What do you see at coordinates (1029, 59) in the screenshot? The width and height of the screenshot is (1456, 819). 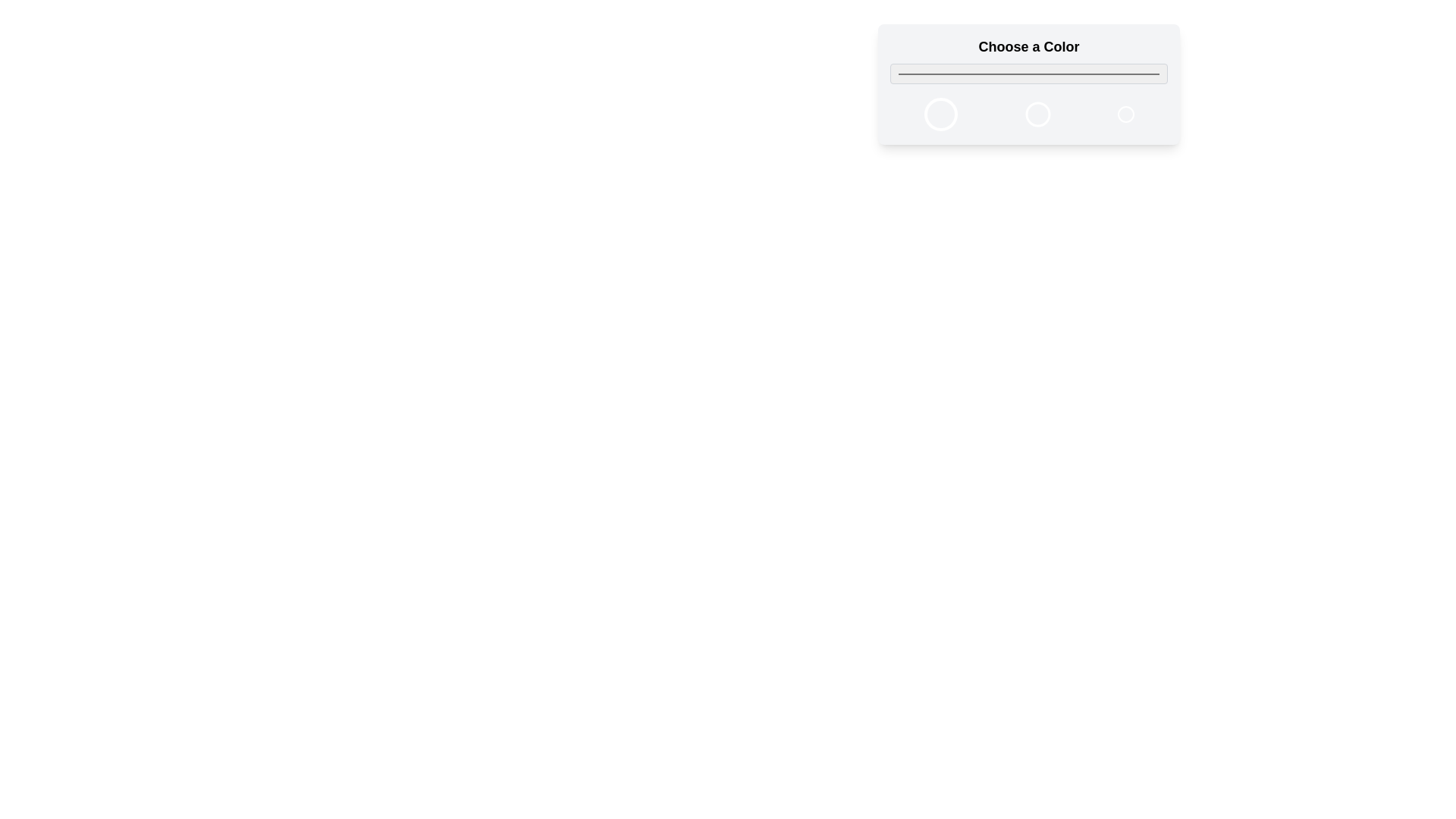 I see `the static text label that serves as a descriptive title for the input area below it, guiding the user to interact with the input field underneath` at bounding box center [1029, 59].